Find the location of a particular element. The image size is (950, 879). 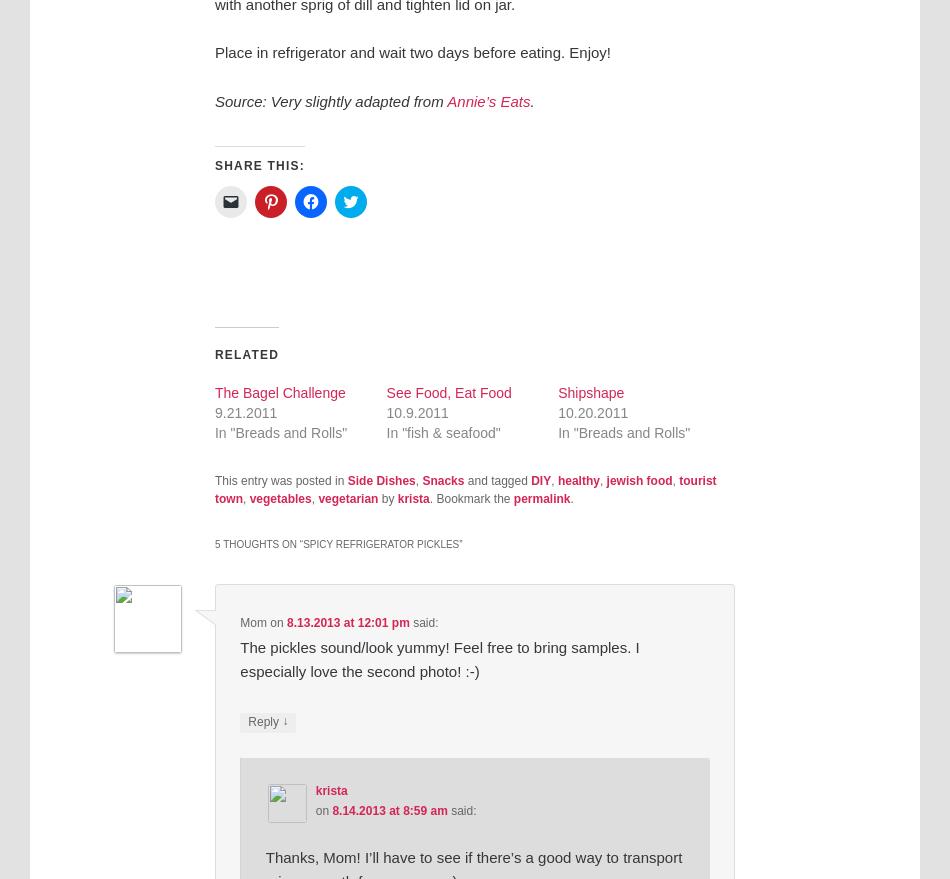

'Annie’s Eats' is located at coordinates (488, 100).